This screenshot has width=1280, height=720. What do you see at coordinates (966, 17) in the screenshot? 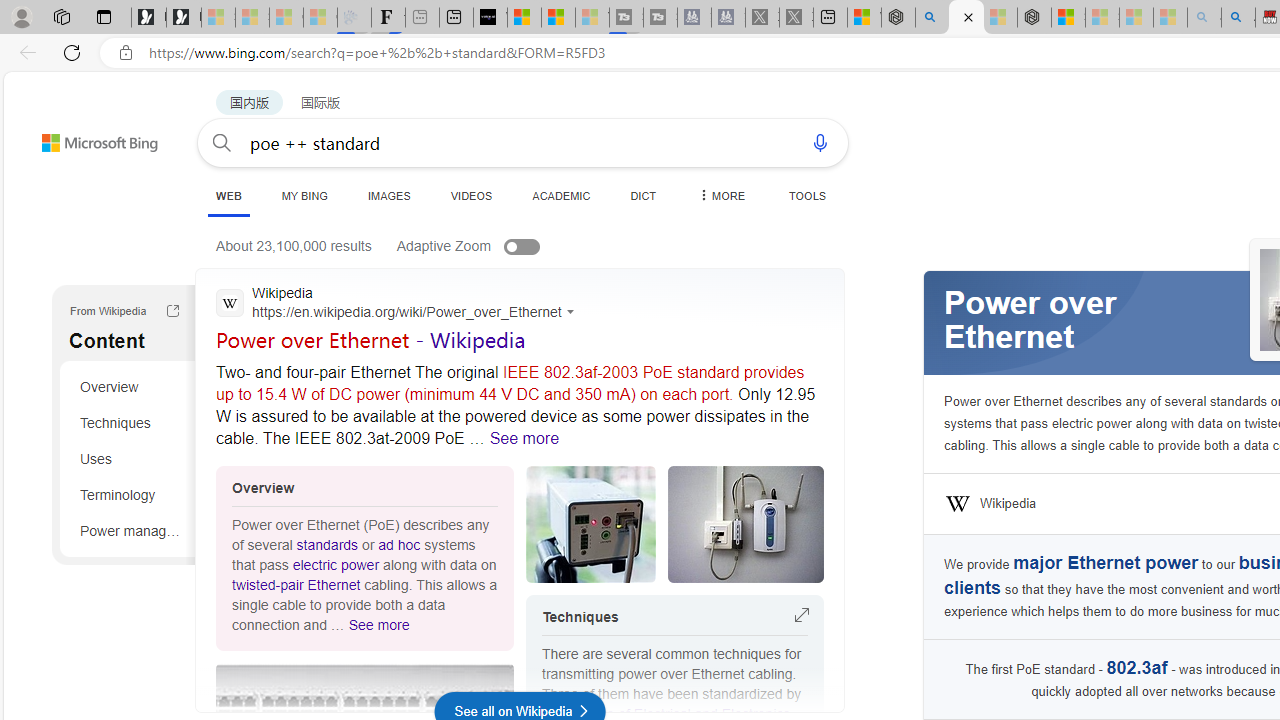
I see `'poe ++ standard - Search'` at bounding box center [966, 17].